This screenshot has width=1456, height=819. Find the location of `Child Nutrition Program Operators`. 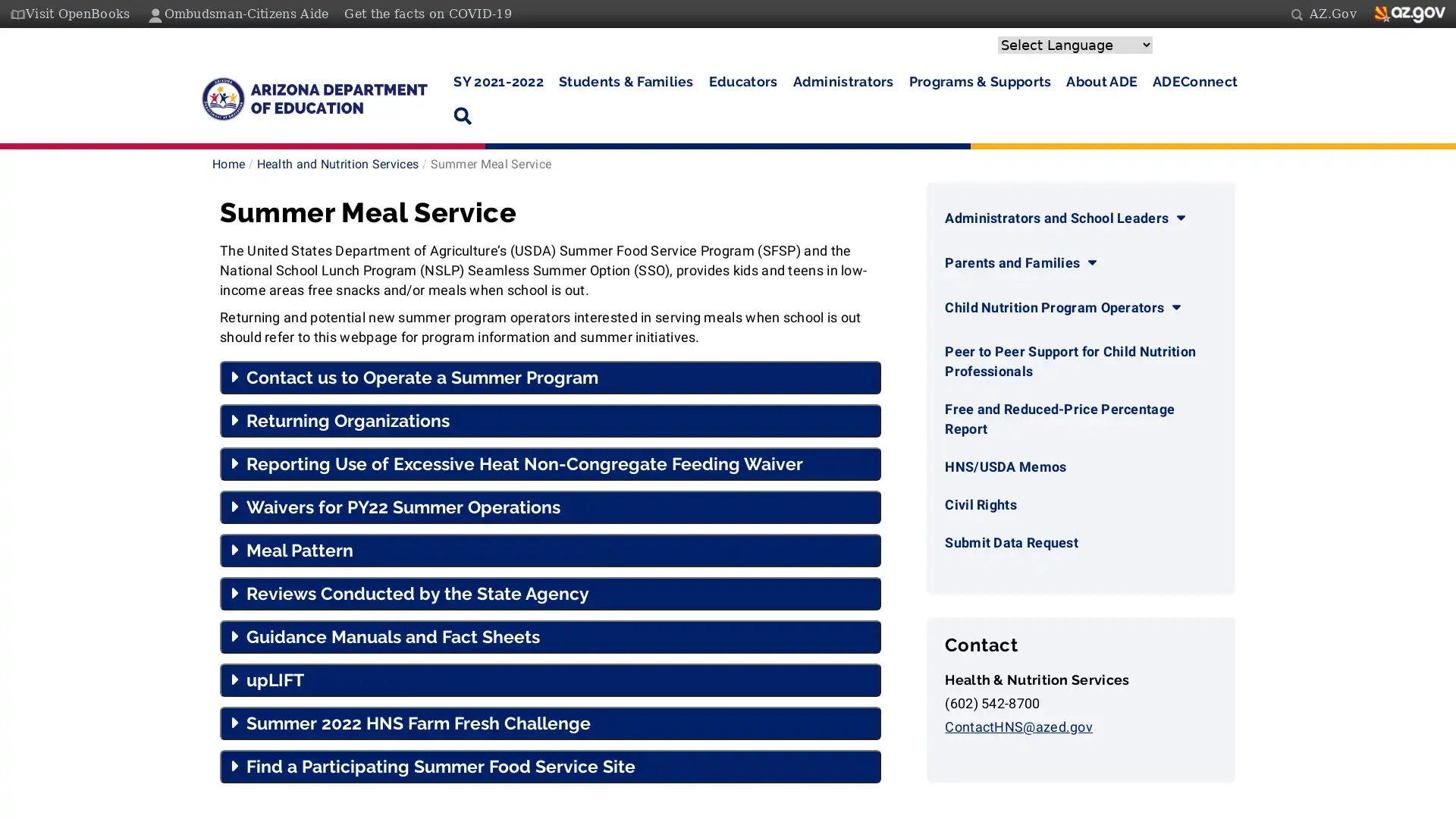

Child Nutrition Program Operators is located at coordinates (1175, 307).